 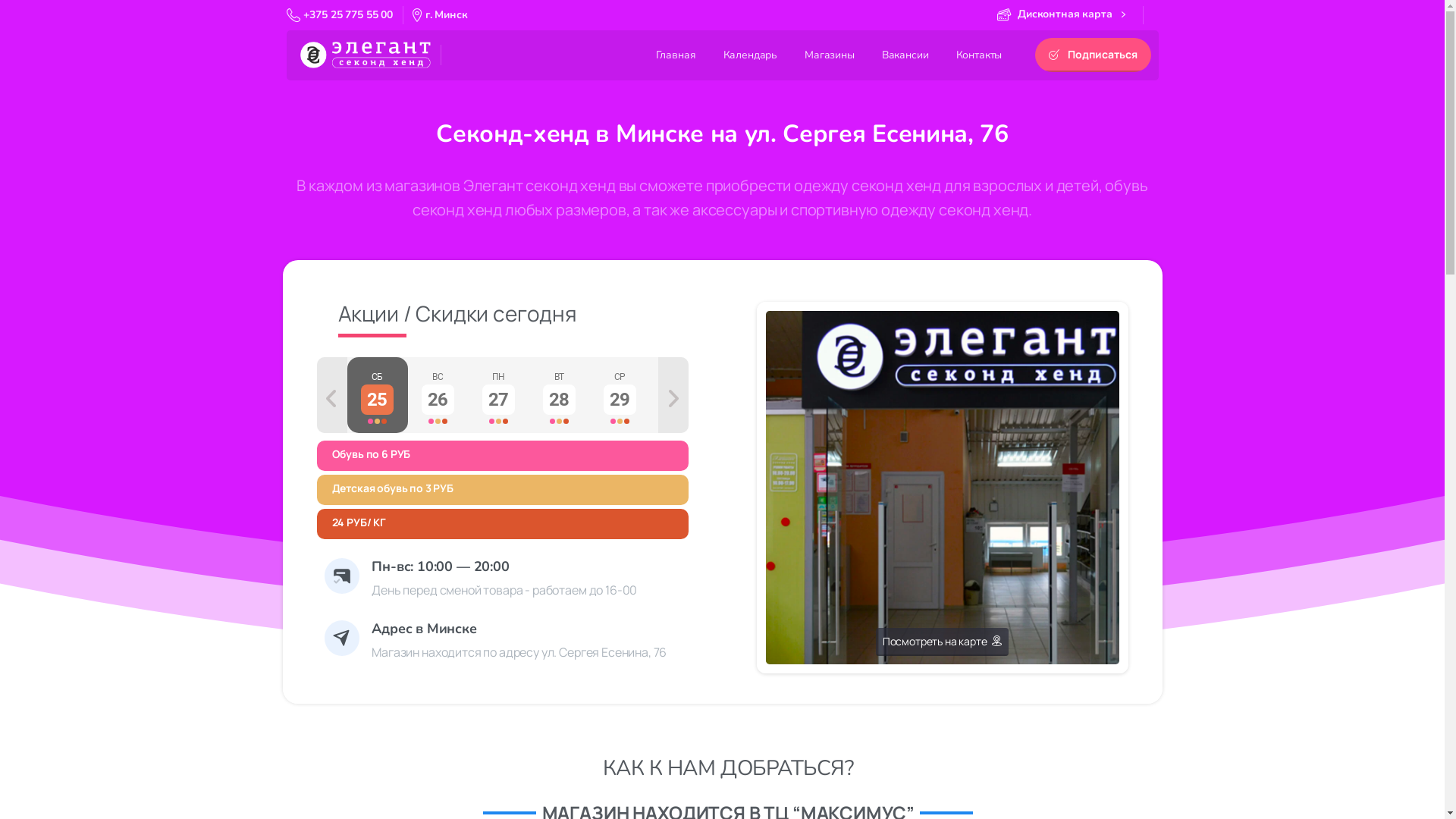 What do you see at coordinates (339, 14) in the screenshot?
I see `'+375 25 775 55 00'` at bounding box center [339, 14].